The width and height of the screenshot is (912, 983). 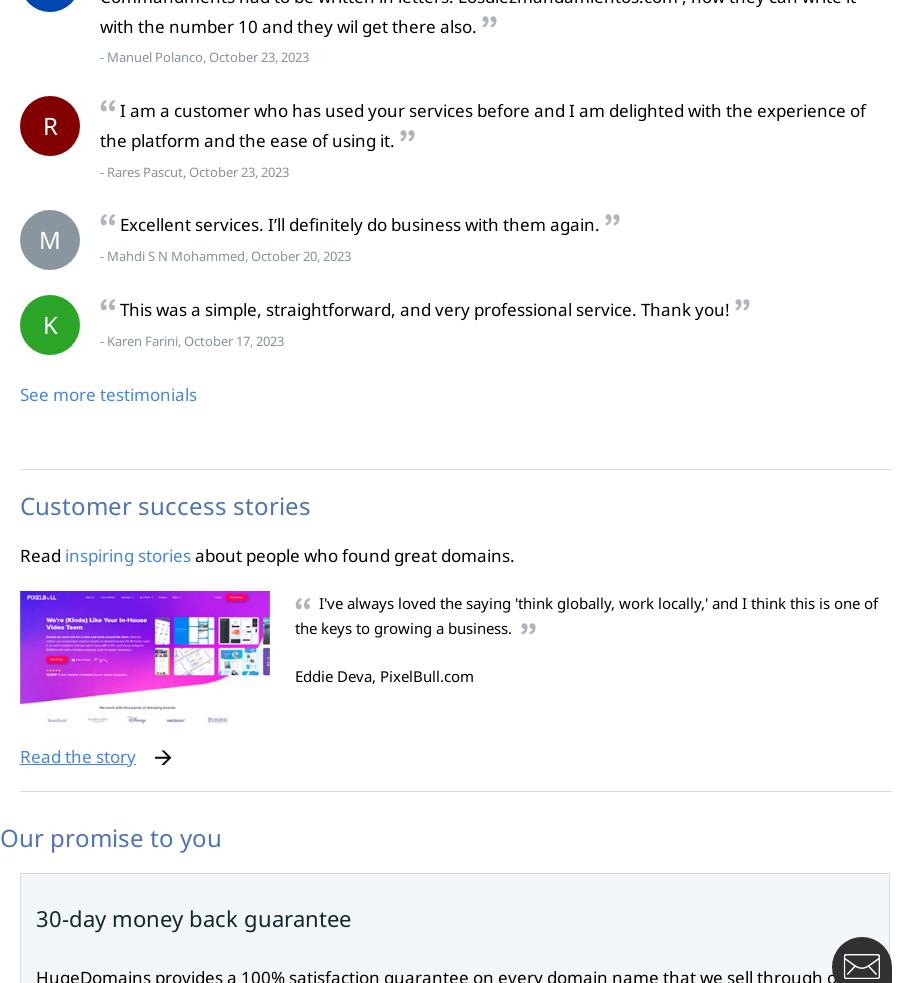 I want to click on '- Rares Pascut, October 23, 2023', so click(x=193, y=171).